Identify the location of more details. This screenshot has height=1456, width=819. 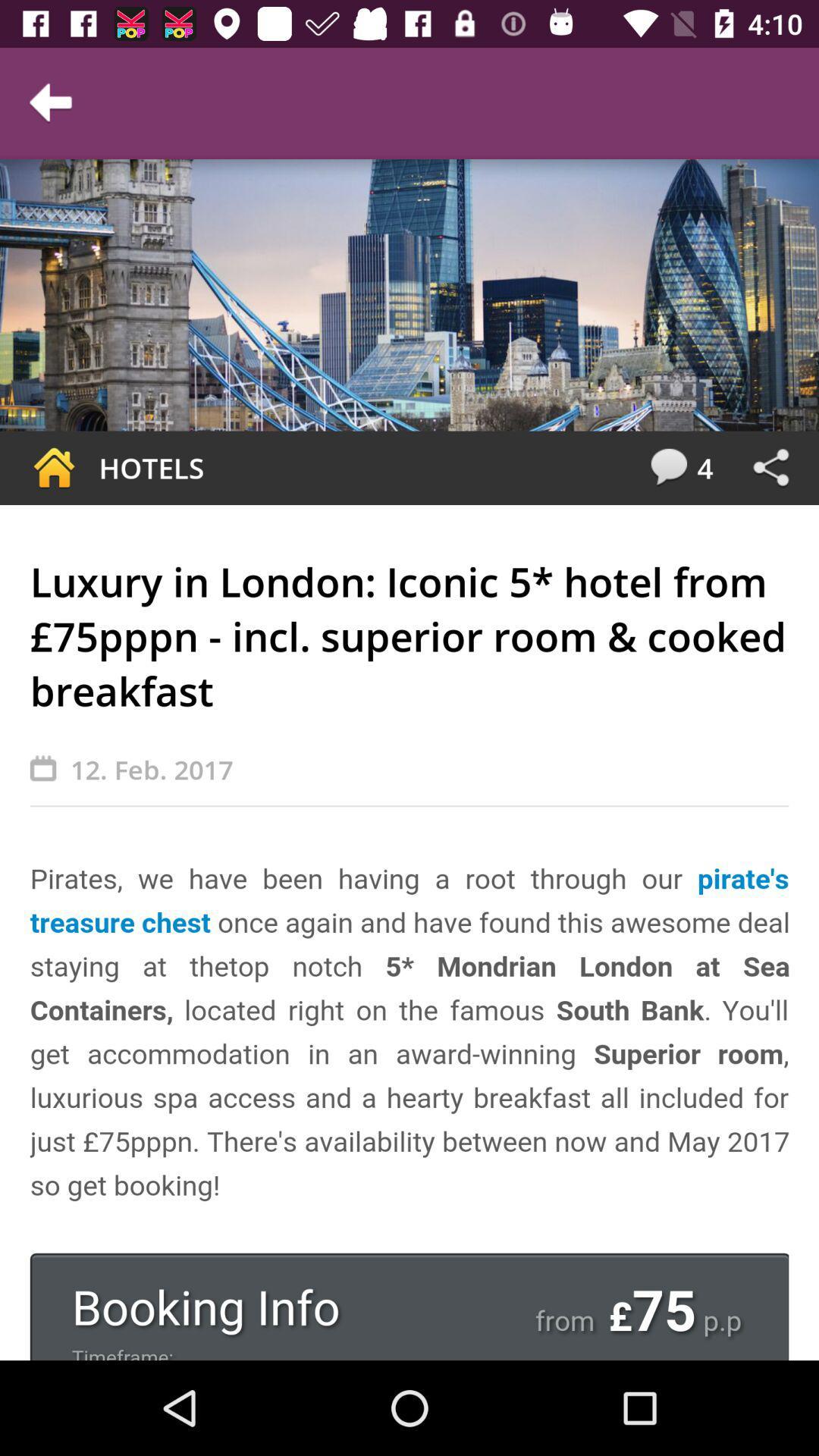
(409, 1109).